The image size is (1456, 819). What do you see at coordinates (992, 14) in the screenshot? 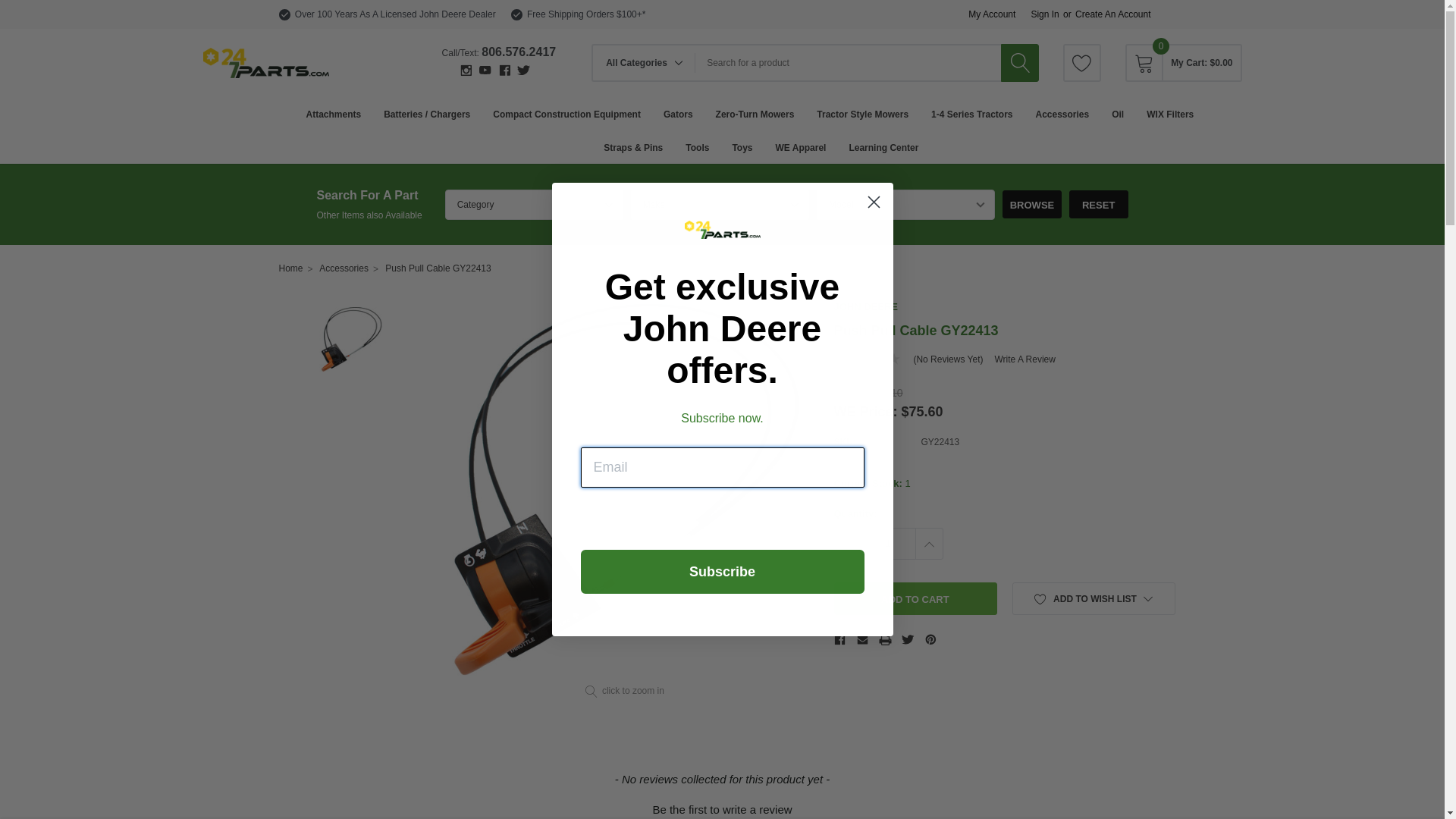
I see `'My Account'` at bounding box center [992, 14].